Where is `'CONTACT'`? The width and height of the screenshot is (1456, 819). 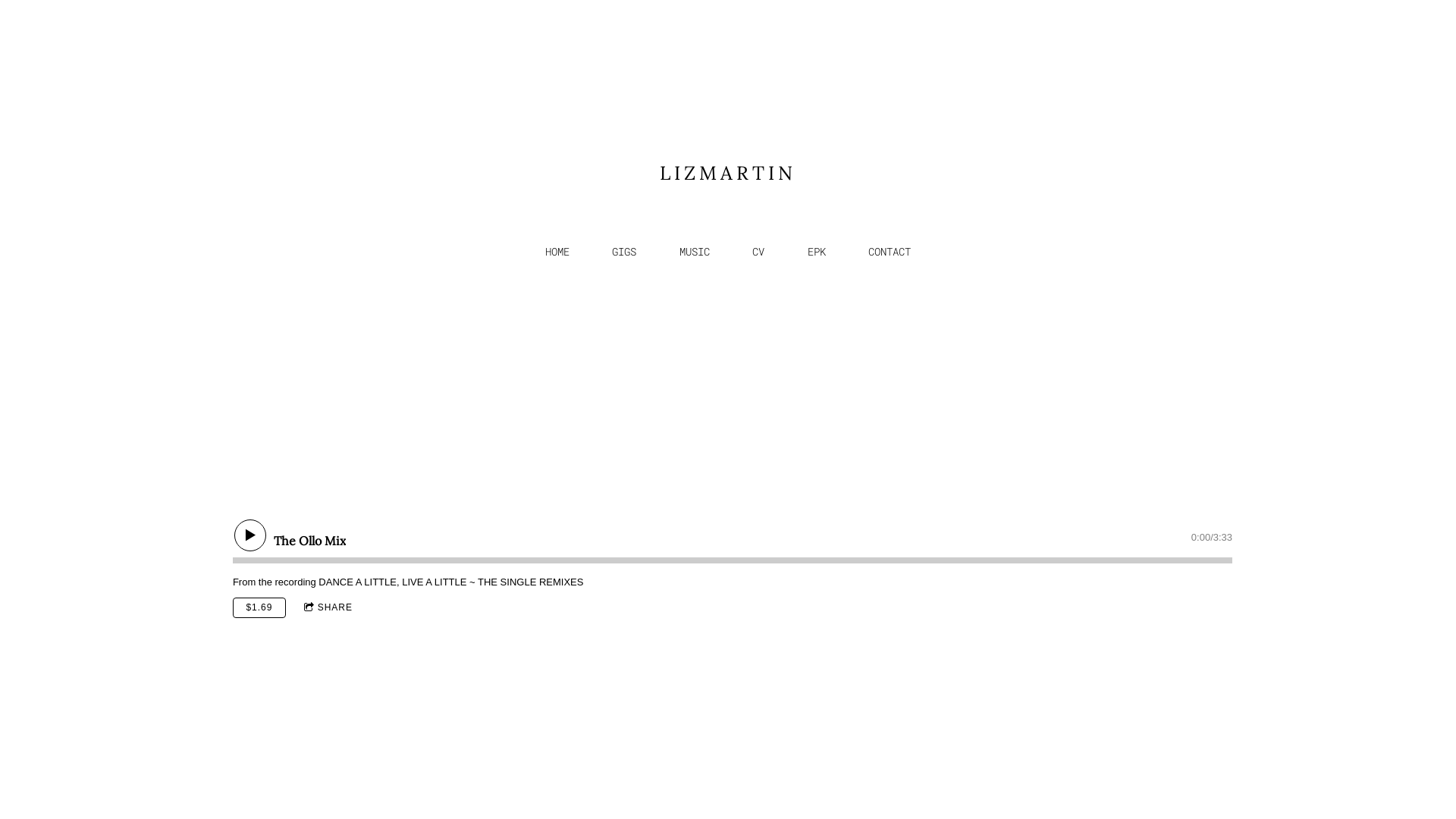
'CONTACT' is located at coordinates (868, 250).